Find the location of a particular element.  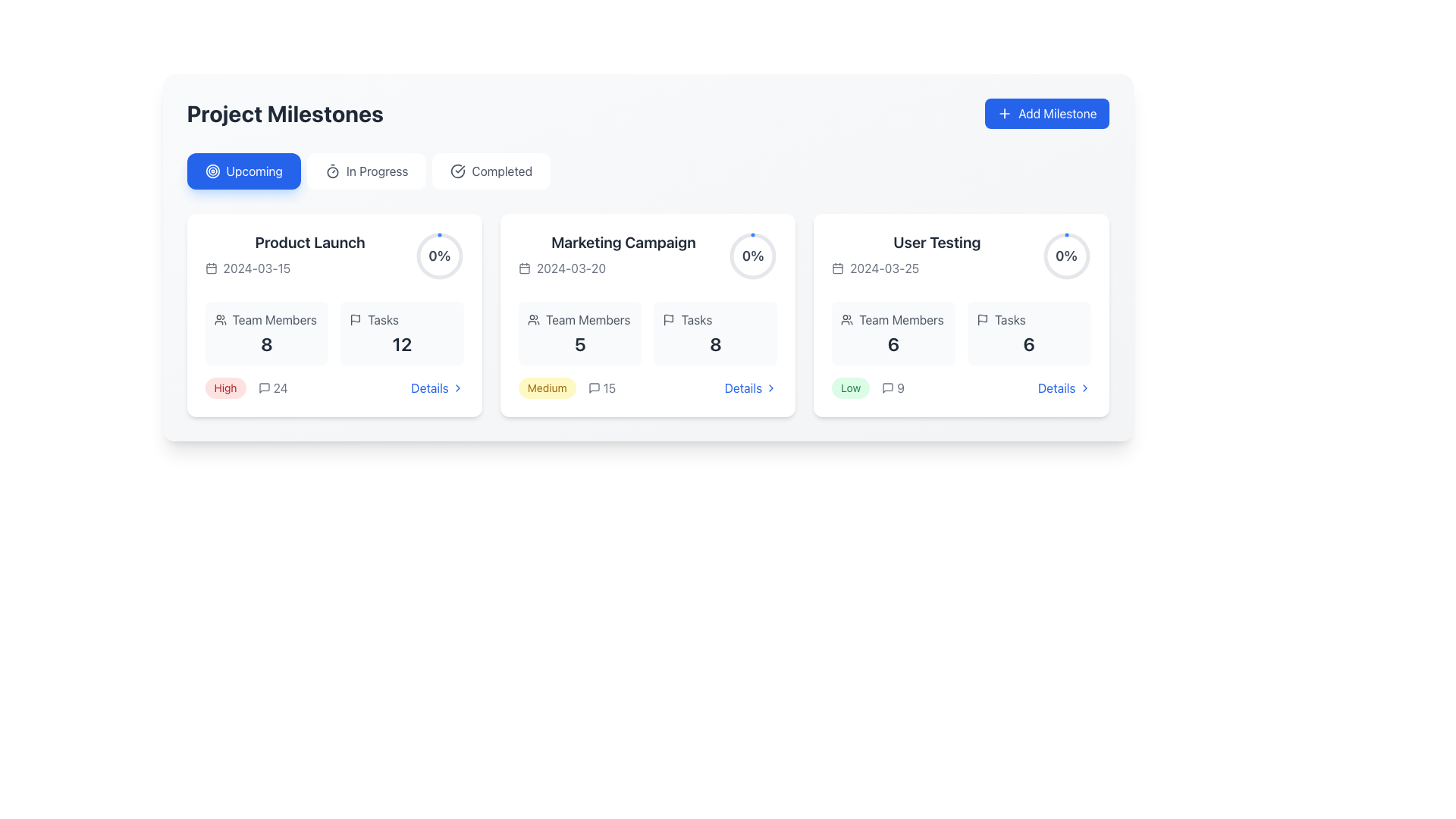

static text label that displays 'Product Launch', which is prominently styled in bold dark gray font in the upper section of the first milestone card is located at coordinates (309, 242).